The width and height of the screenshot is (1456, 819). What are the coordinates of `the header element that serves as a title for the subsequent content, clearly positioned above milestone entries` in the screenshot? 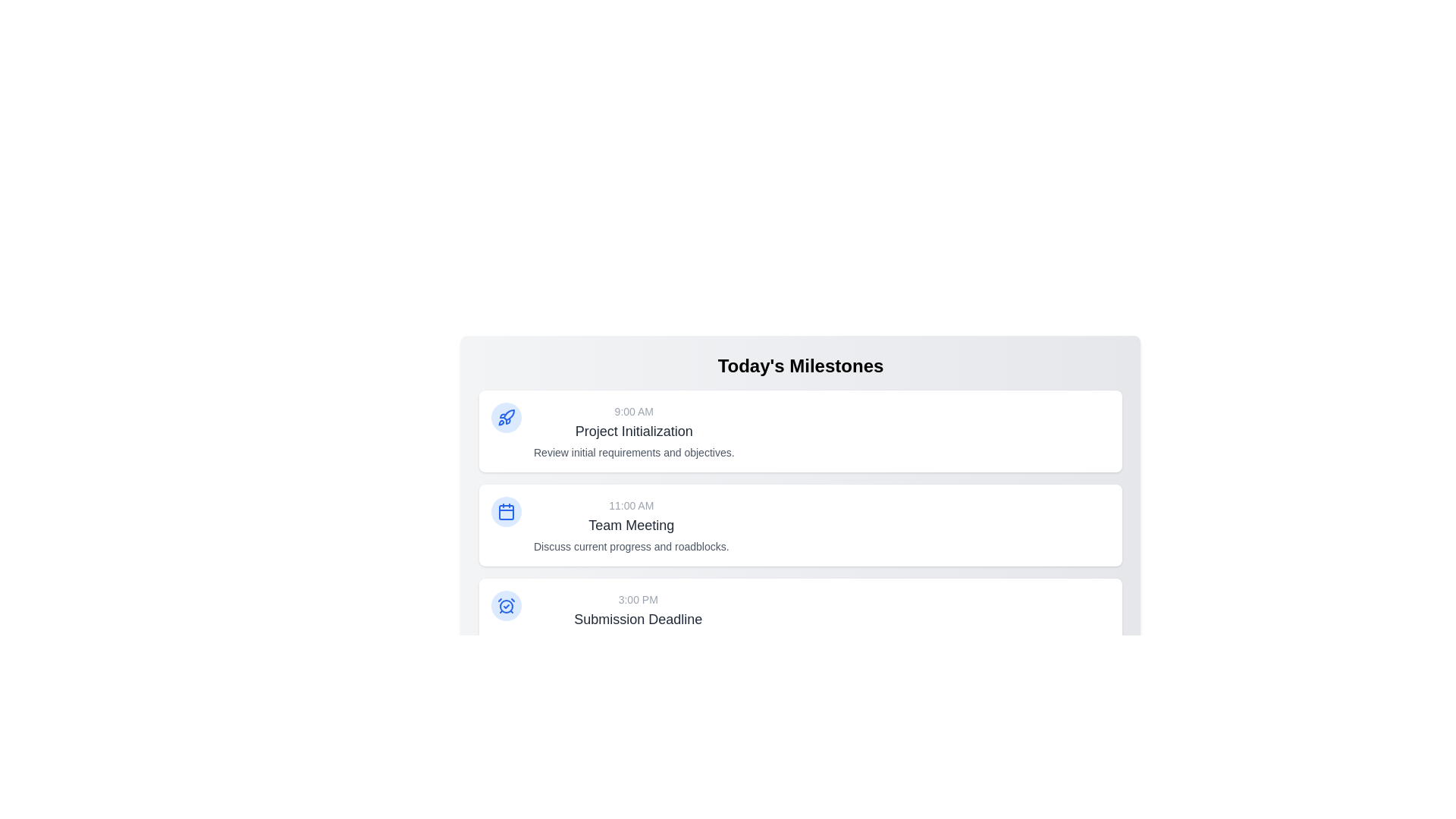 It's located at (800, 366).